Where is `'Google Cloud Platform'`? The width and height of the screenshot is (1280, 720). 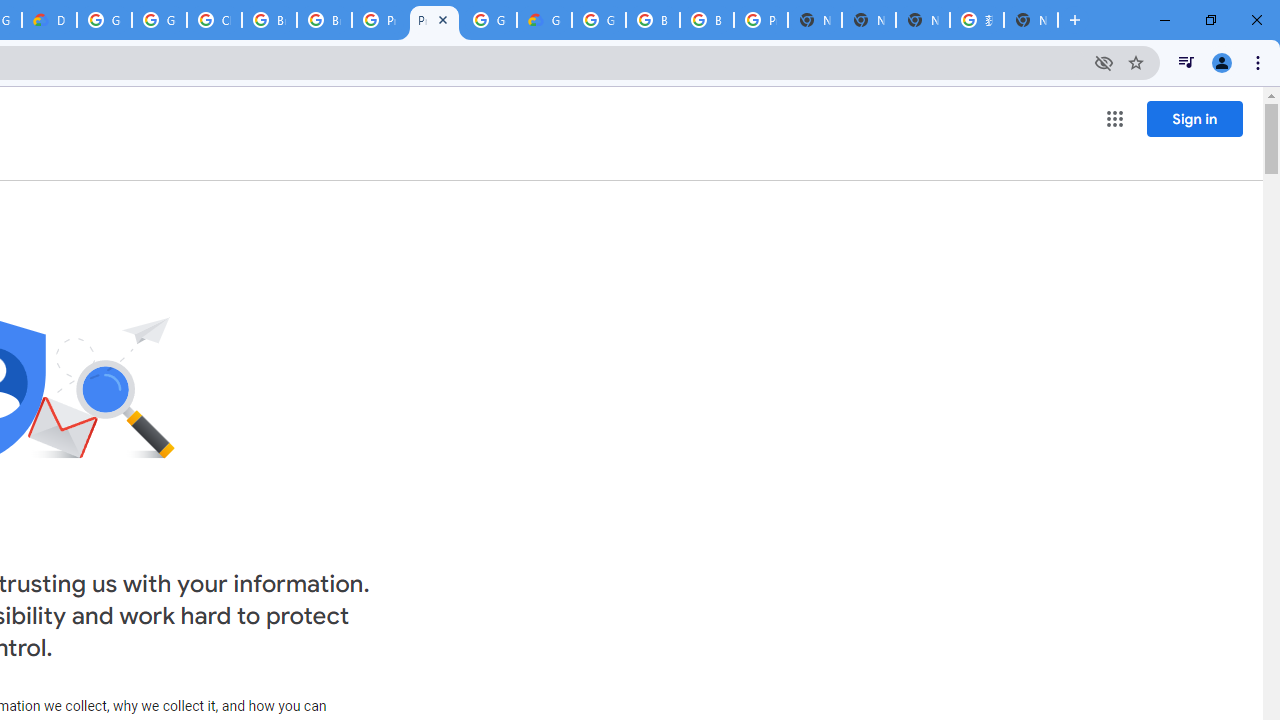
'Google Cloud Platform' is located at coordinates (489, 20).